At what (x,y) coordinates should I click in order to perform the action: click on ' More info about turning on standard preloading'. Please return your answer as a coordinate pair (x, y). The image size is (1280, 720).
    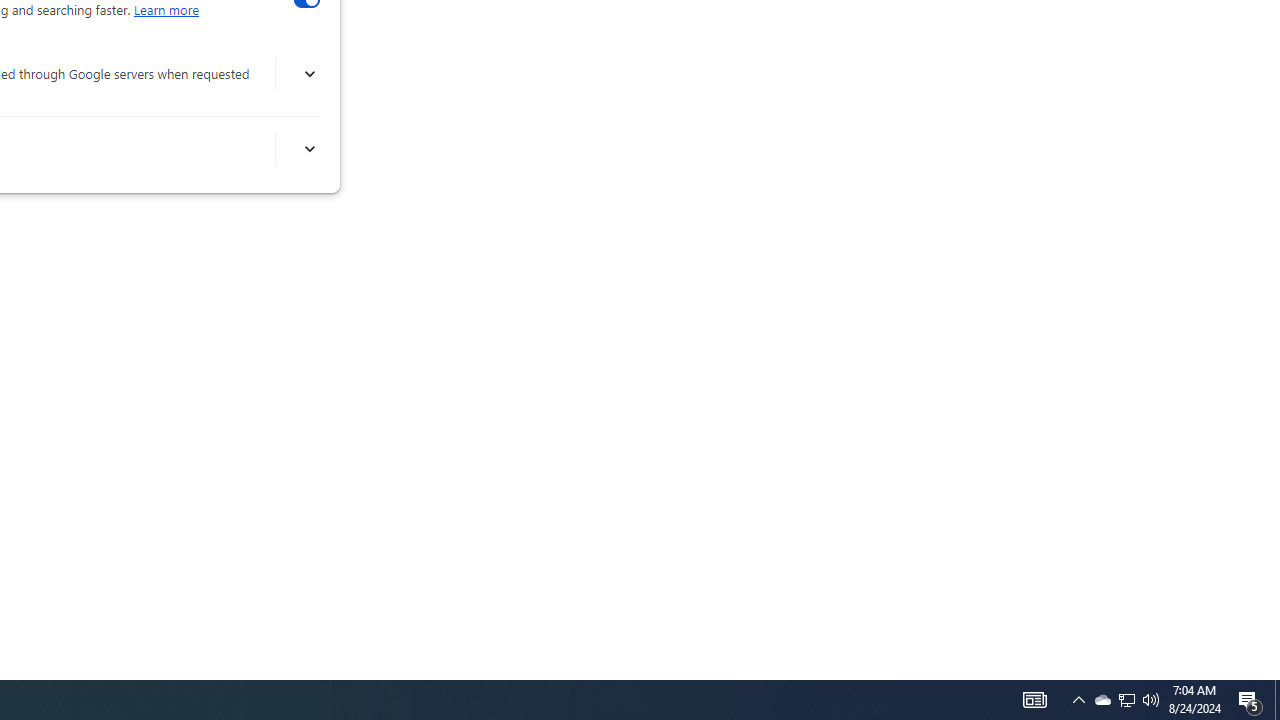
    Looking at the image, I should click on (308, 148).